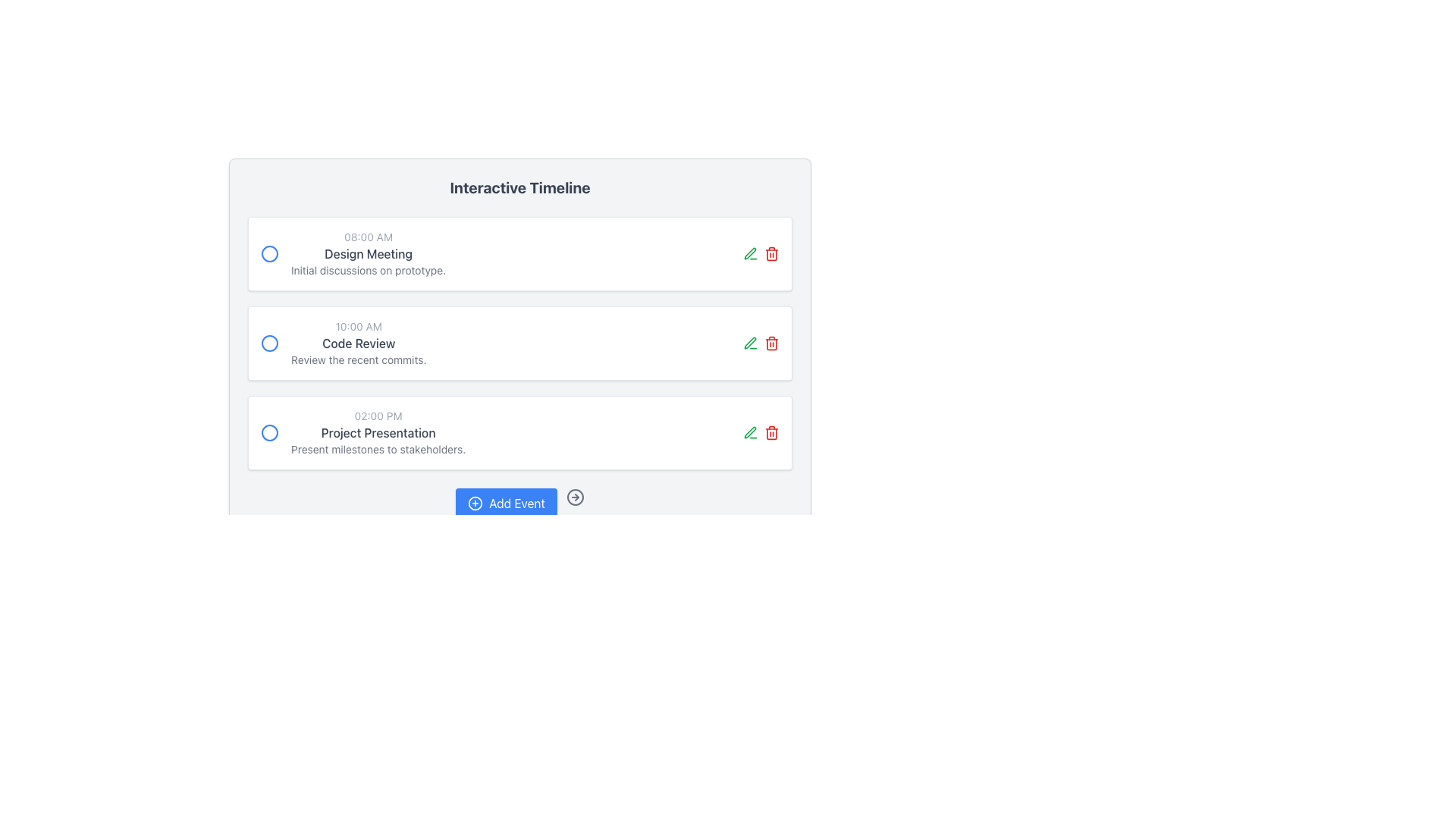 The width and height of the screenshot is (1456, 819). What do you see at coordinates (520, 343) in the screenshot?
I see `information displayed on the Task card located centrally in the timeline interface, positioned between 'Design Meeting' and 'Project Presentation'` at bounding box center [520, 343].